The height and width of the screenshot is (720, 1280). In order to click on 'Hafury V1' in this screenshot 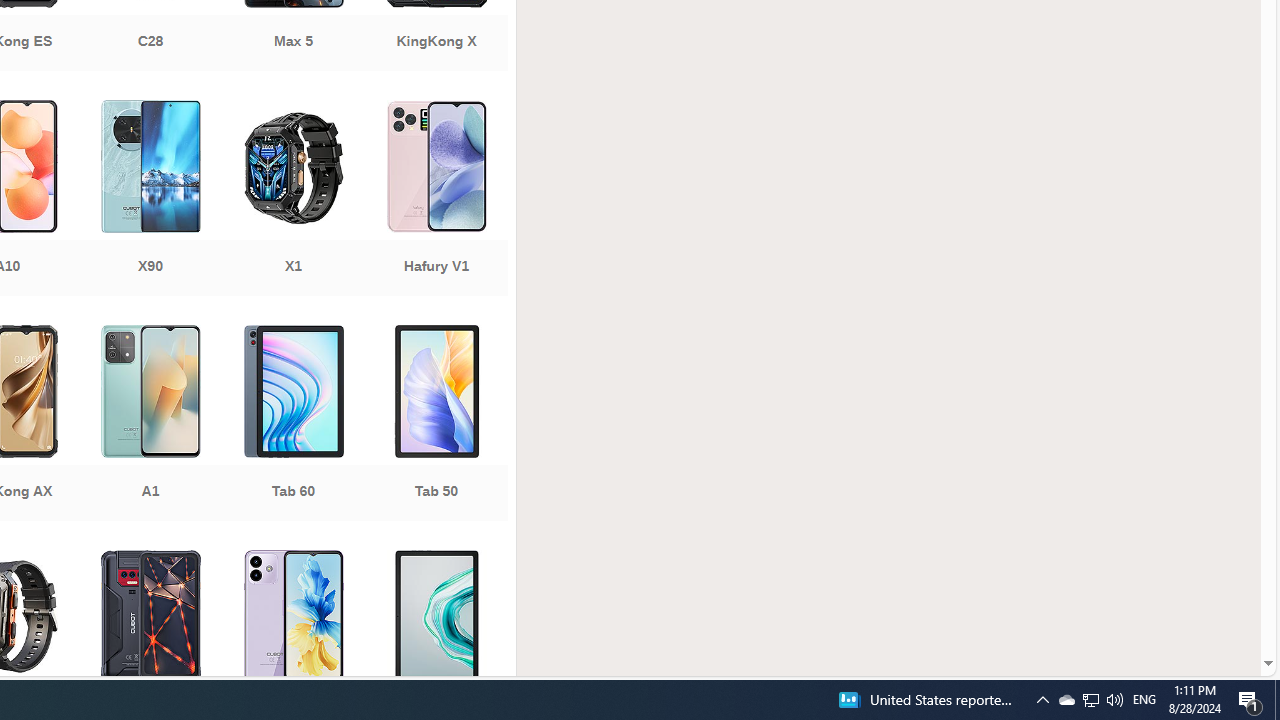, I will do `click(435, 200)`.